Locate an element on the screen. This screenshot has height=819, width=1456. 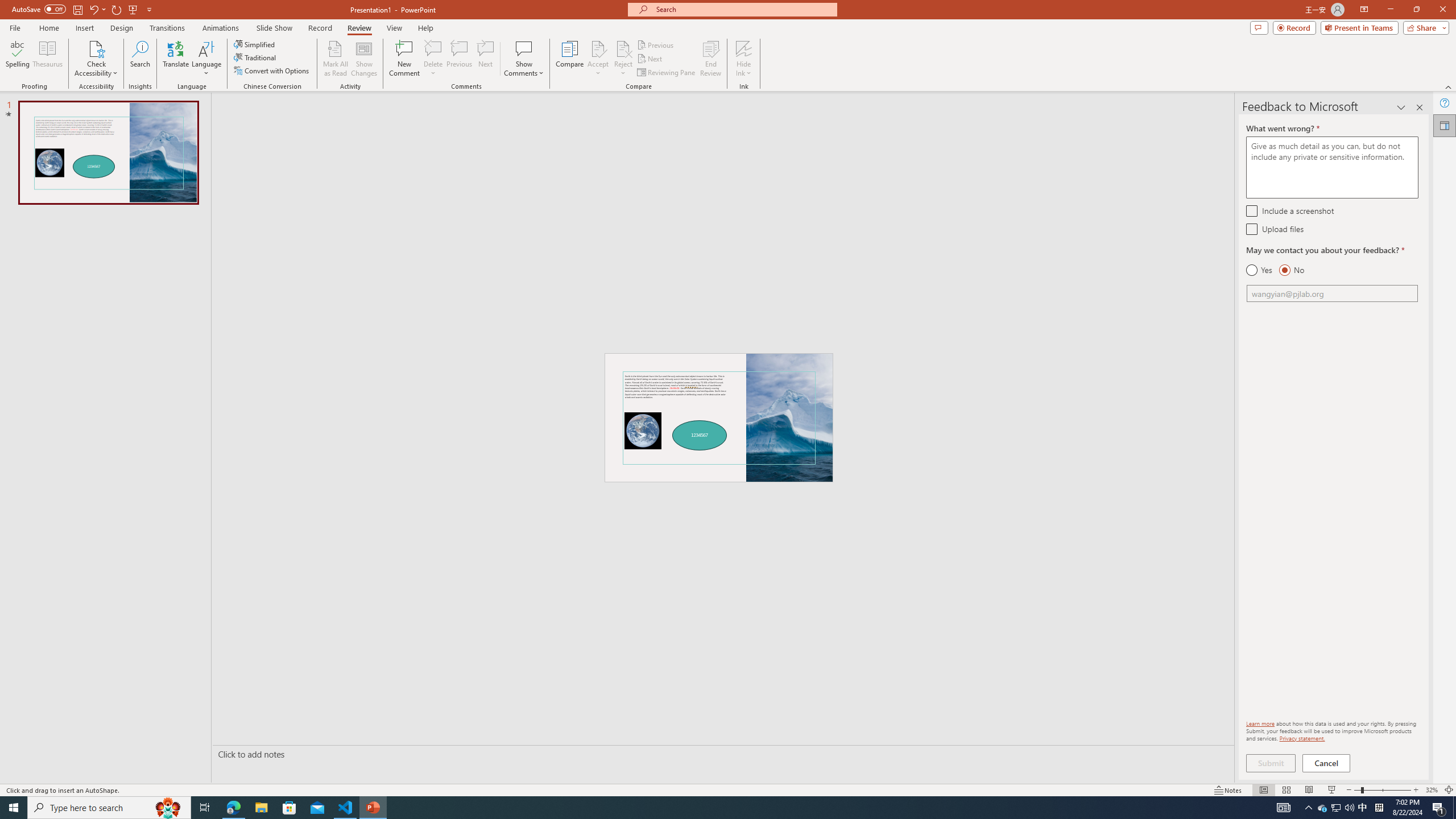
'Thesaurus...' is located at coordinates (47, 59).